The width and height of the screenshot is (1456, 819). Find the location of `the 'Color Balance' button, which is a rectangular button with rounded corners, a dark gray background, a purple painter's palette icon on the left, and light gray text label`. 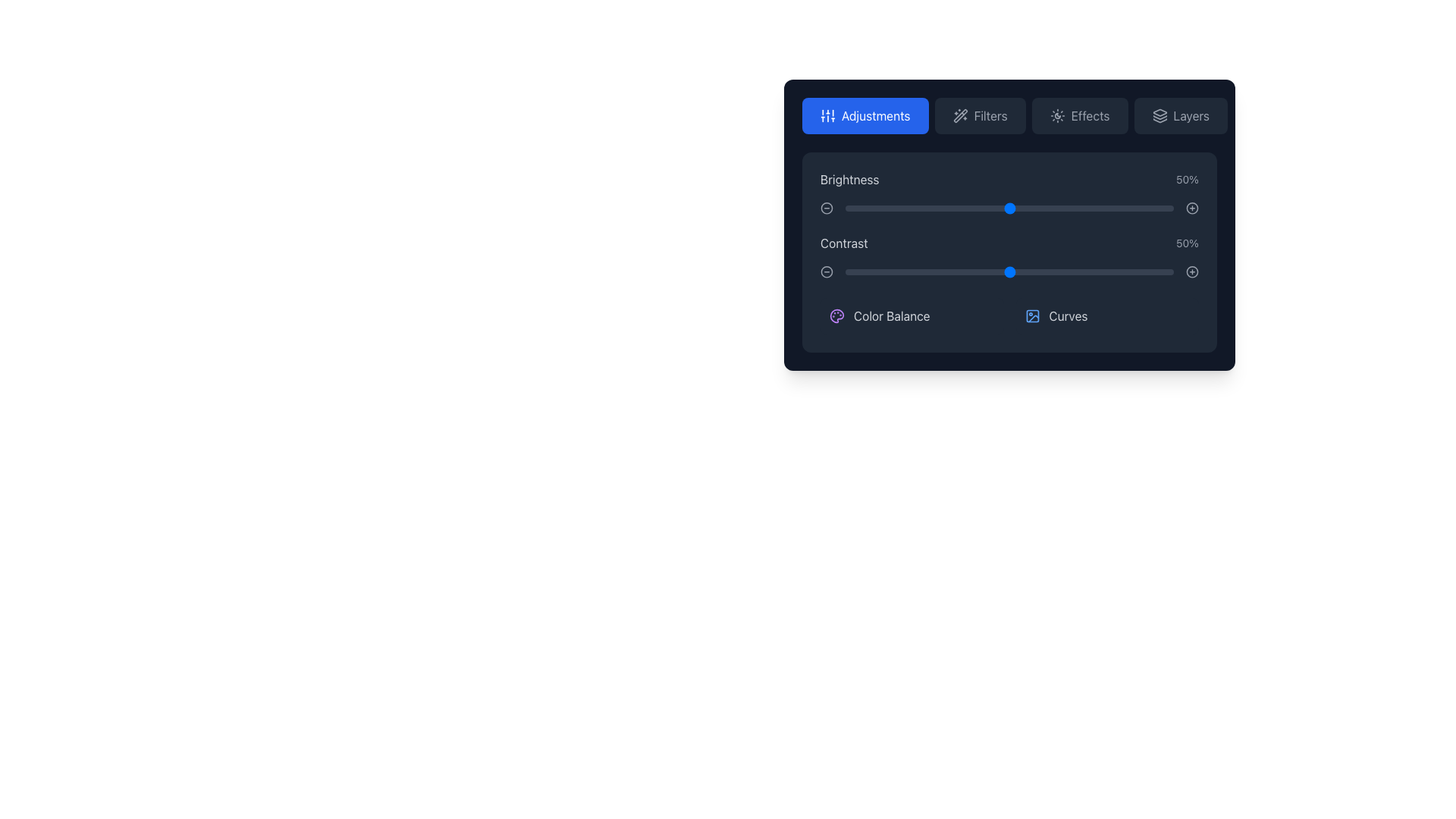

the 'Color Balance' button, which is a rectangular button with rounded corners, a dark gray background, a purple painter's palette icon on the left, and light gray text label is located at coordinates (911, 315).